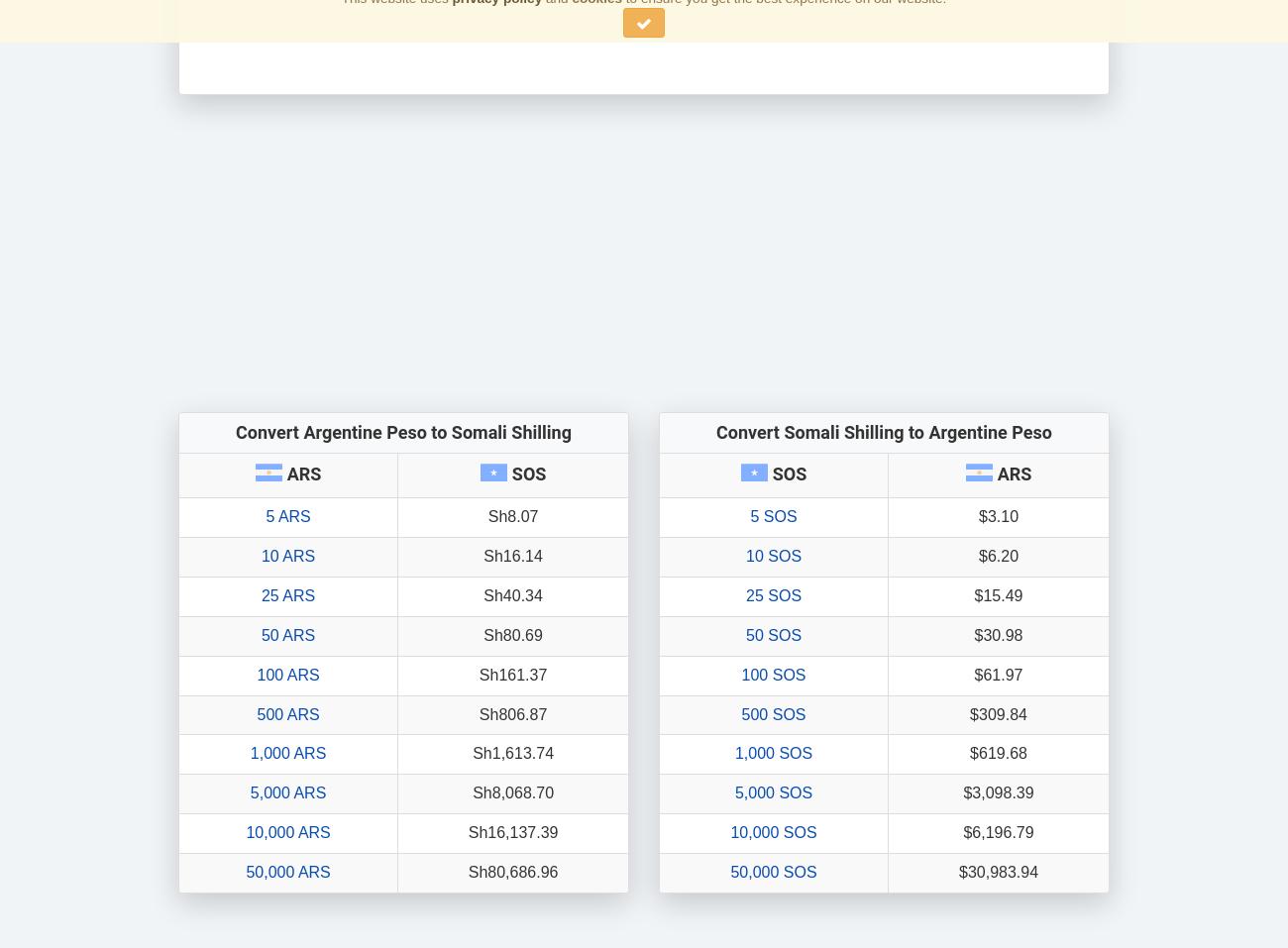 The width and height of the screenshot is (1288, 948). I want to click on '1,000 SOS', so click(772, 753).